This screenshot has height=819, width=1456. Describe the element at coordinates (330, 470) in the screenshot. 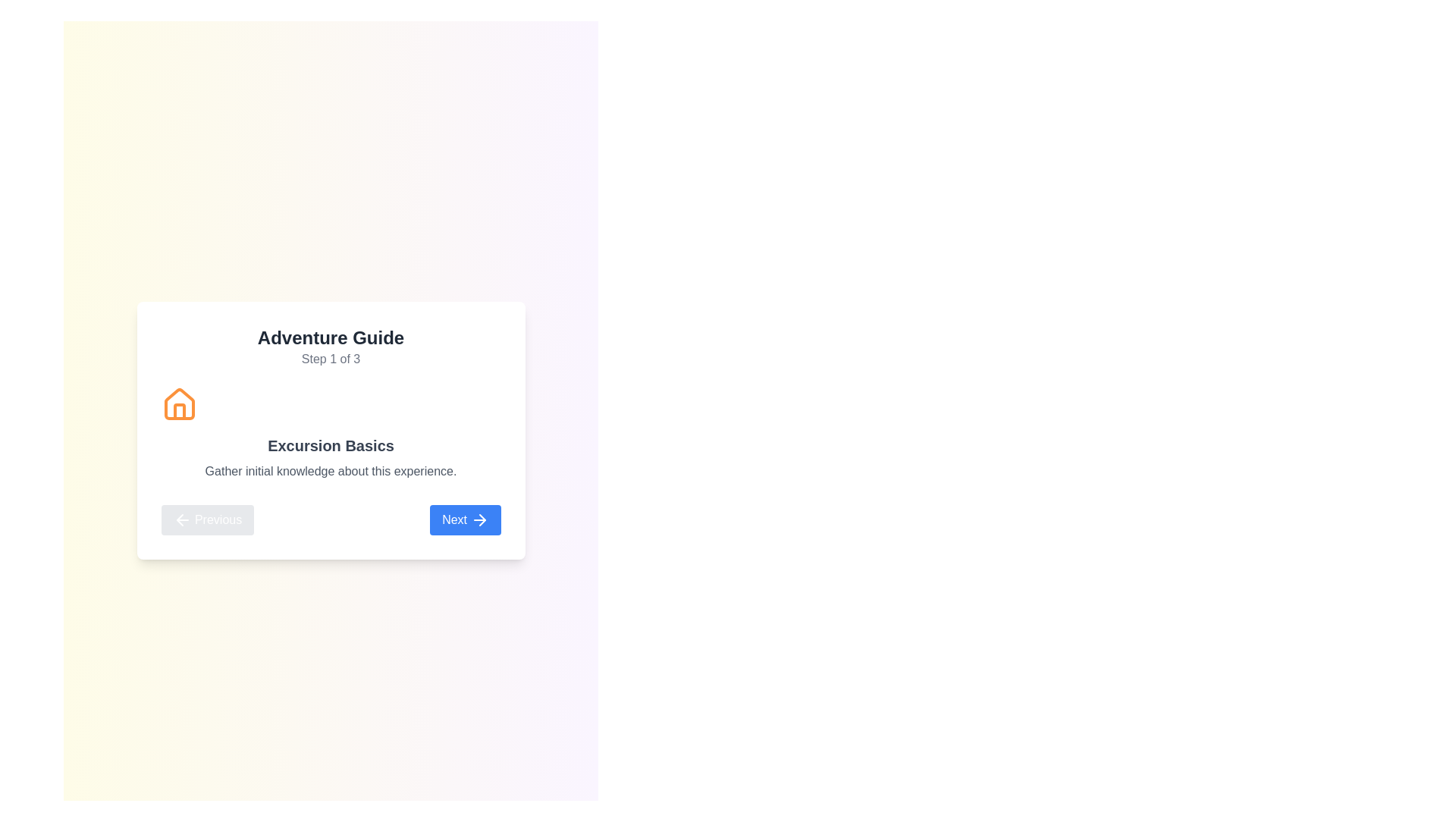

I see `the text label that reads 'Gather initial knowledge about this experience.' which is positioned beneath the heading 'Excursion Basics.'` at that location.